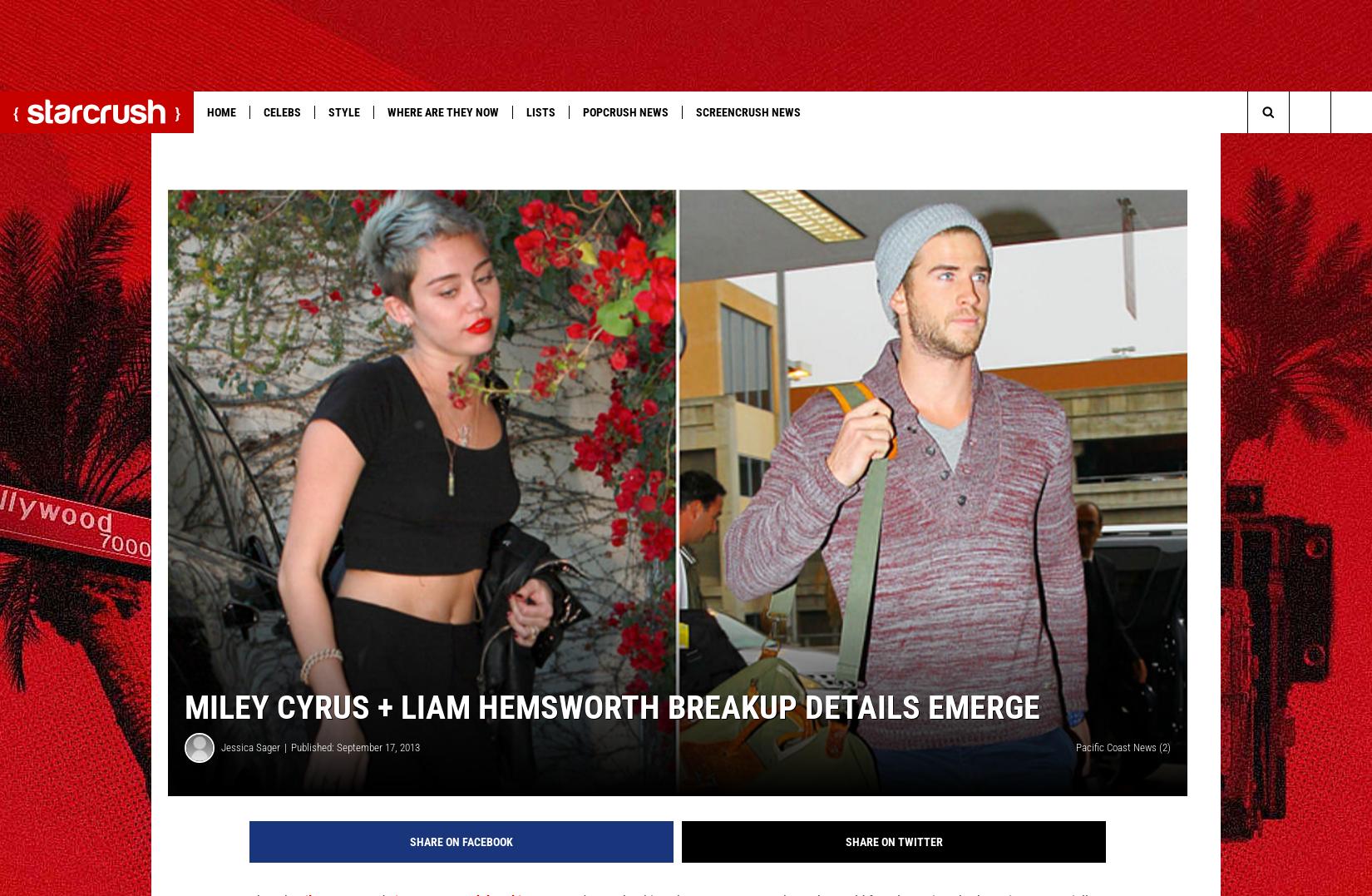  What do you see at coordinates (46, 145) in the screenshot?
I see `'Best of Web:'` at bounding box center [46, 145].